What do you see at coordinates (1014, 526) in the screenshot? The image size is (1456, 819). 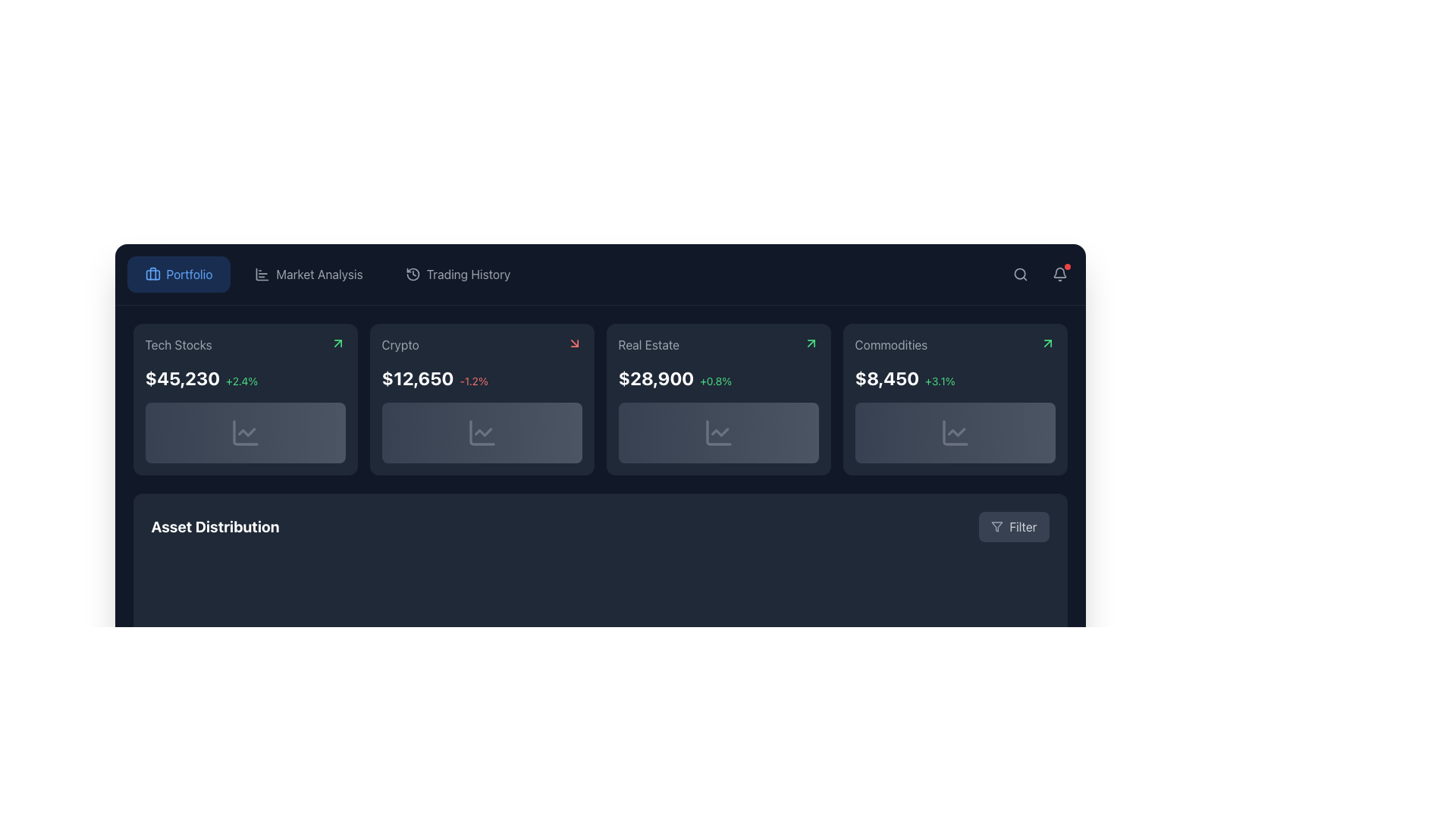 I see `the button located` at bounding box center [1014, 526].